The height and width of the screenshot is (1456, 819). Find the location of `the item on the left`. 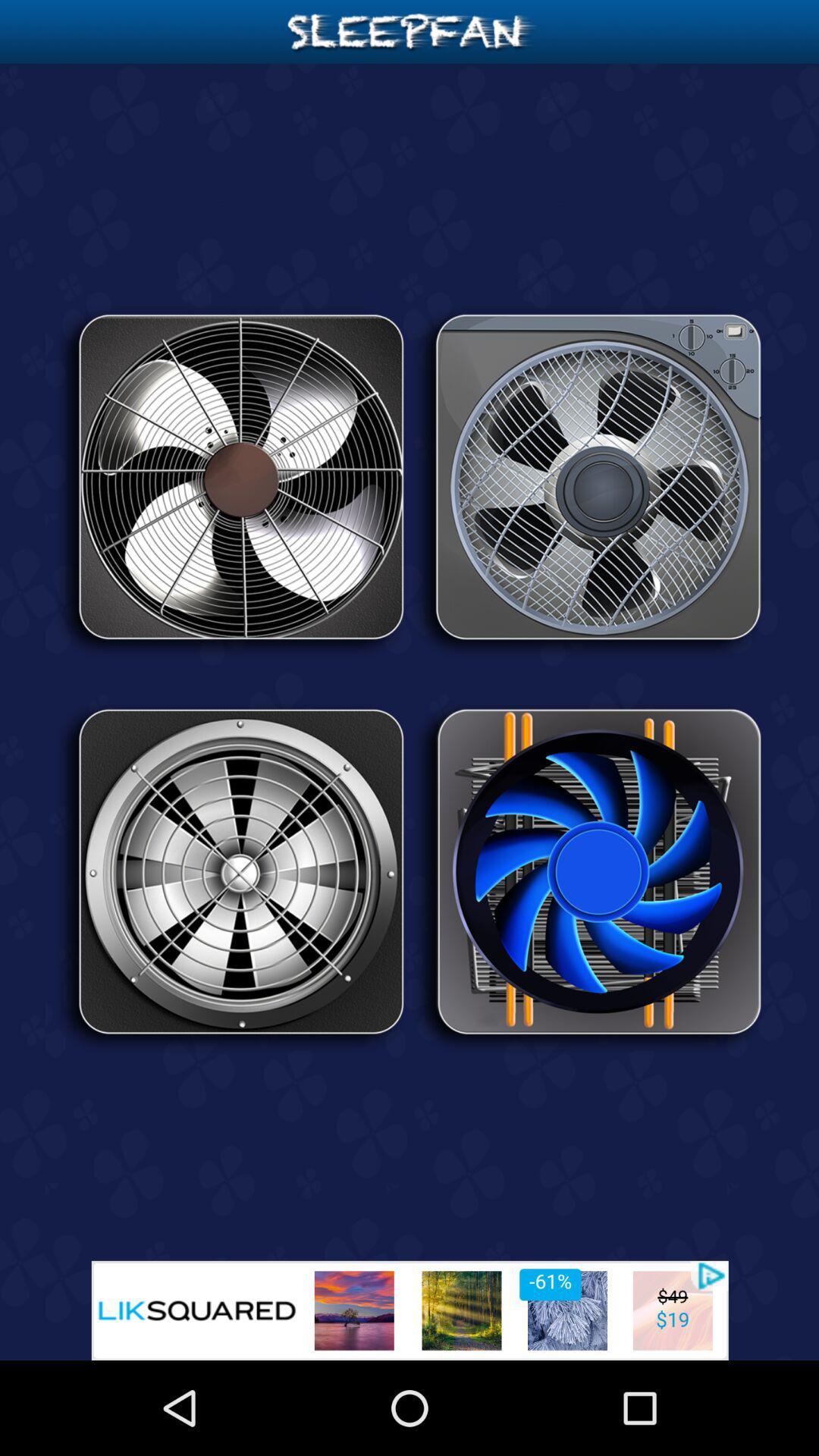

the item on the left is located at coordinates (231, 877).